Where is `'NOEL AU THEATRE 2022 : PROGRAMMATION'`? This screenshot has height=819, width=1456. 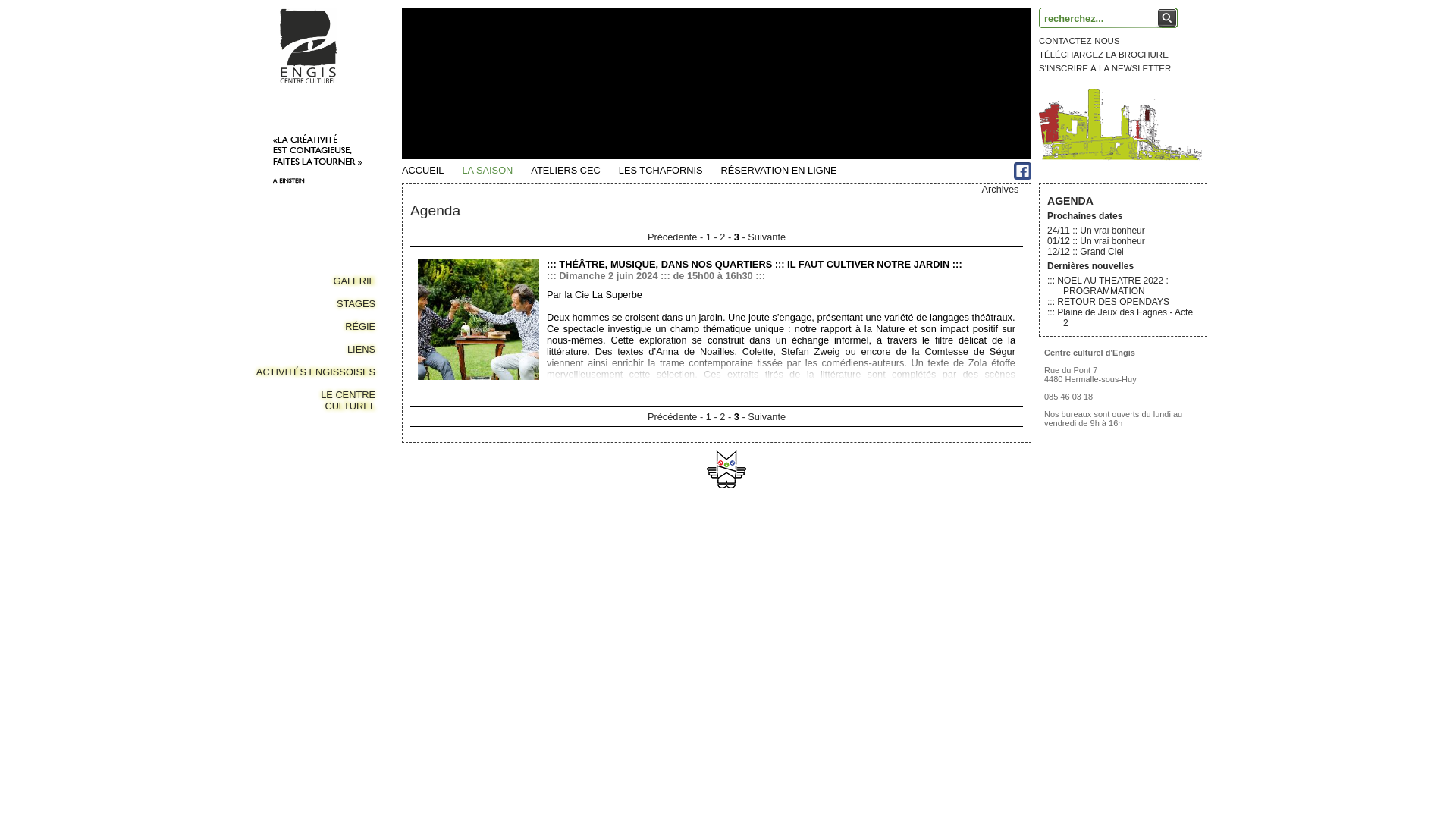
'NOEL AU THEATRE 2022 : PROGRAMMATION' is located at coordinates (1112, 286).